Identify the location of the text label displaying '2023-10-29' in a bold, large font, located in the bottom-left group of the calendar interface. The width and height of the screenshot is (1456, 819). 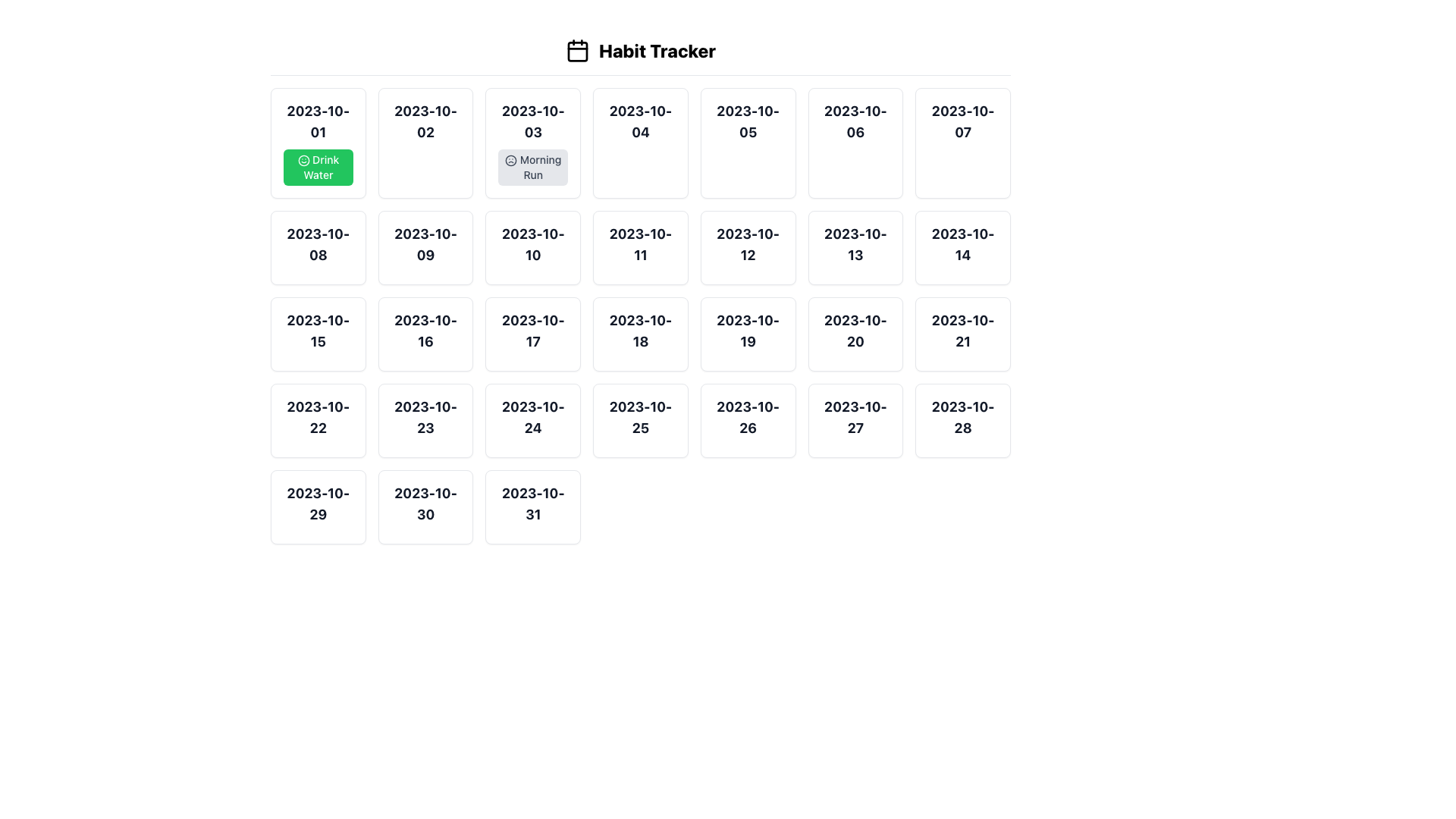
(317, 504).